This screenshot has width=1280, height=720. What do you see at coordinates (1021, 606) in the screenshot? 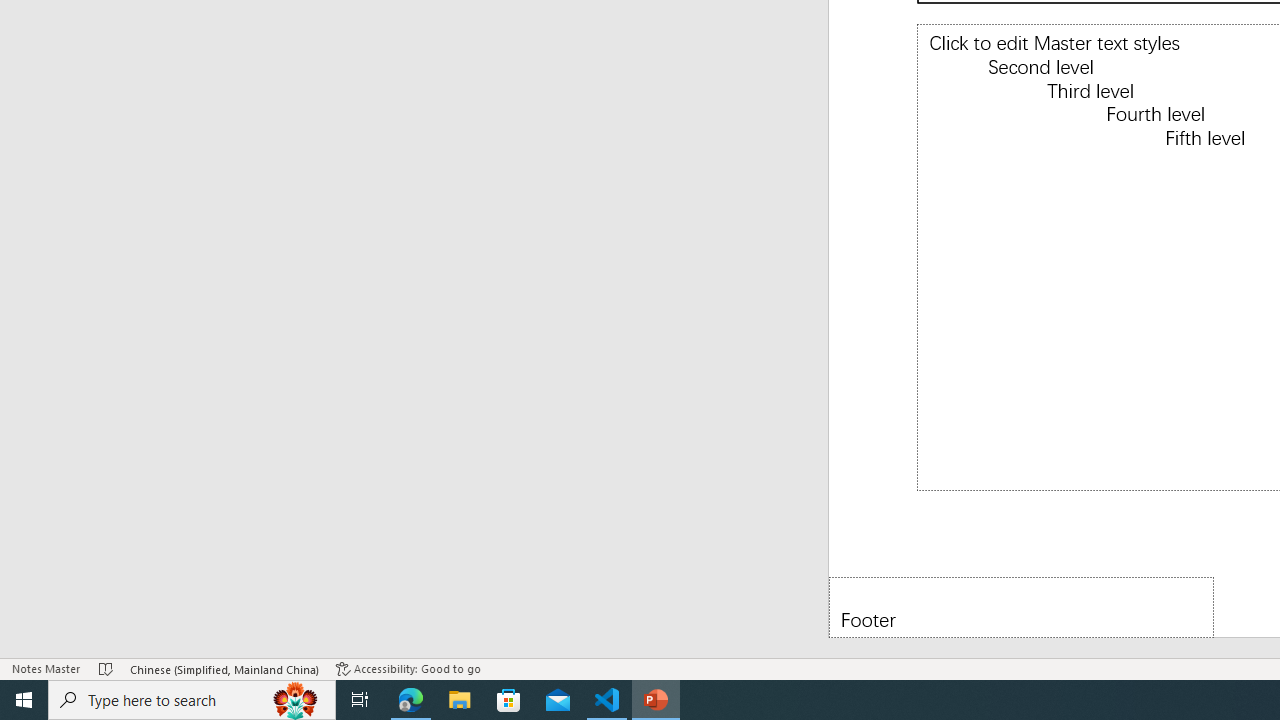
I see `'Footer'` at bounding box center [1021, 606].